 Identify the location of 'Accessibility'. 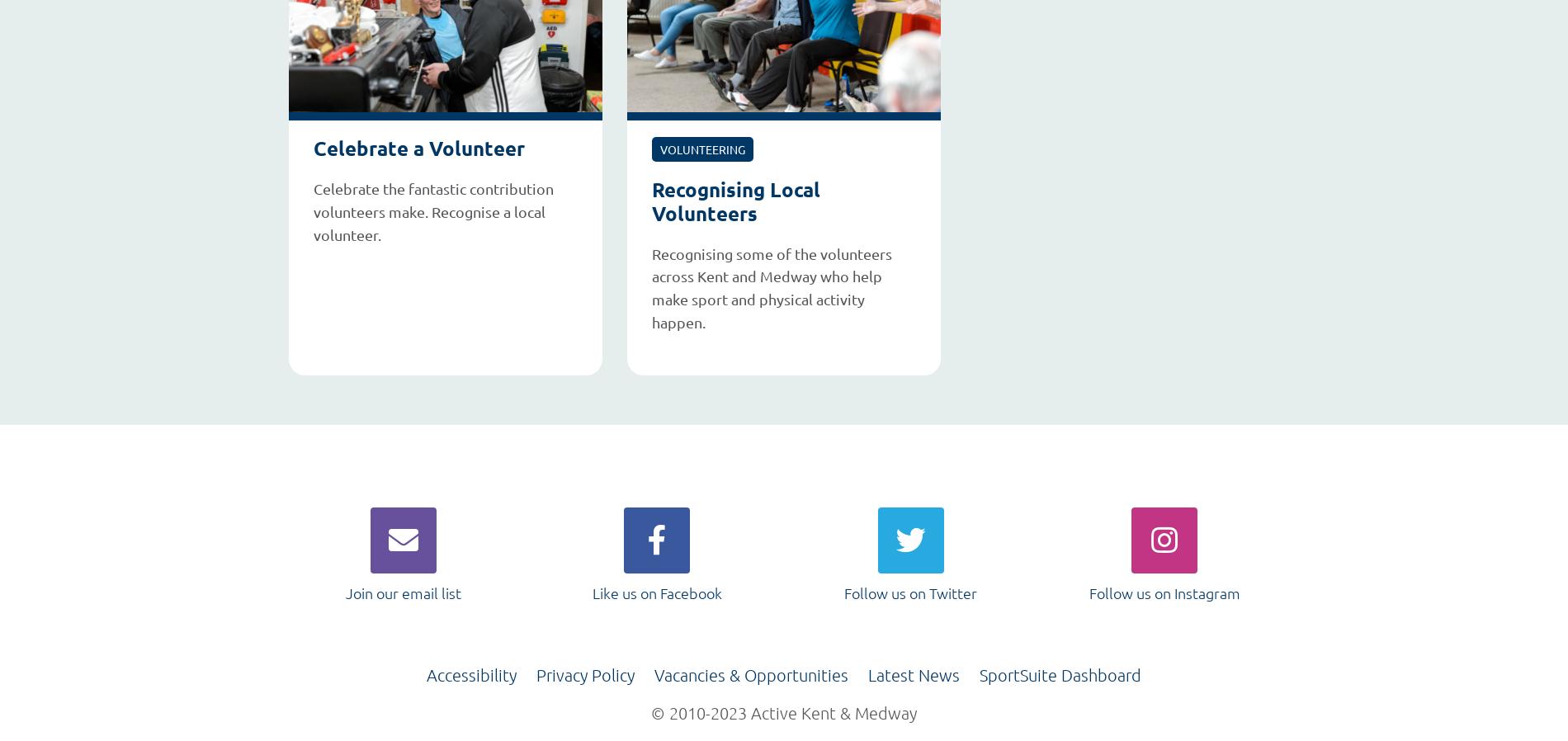
(426, 674).